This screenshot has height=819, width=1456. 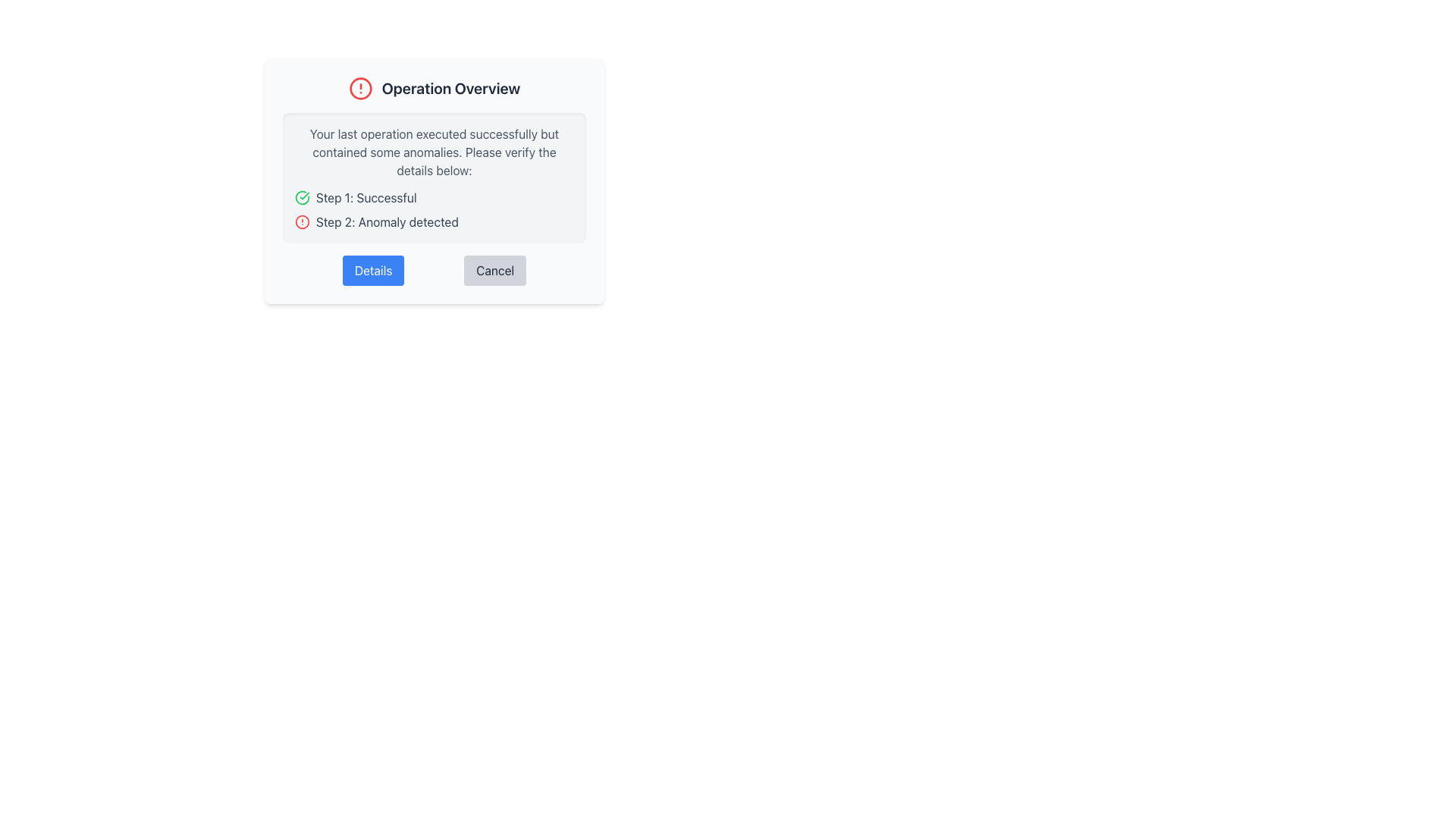 I want to click on the 'Operation Overview' text label of the red alert icon at the top of the modal section, if it is interactive, so click(x=433, y=88).